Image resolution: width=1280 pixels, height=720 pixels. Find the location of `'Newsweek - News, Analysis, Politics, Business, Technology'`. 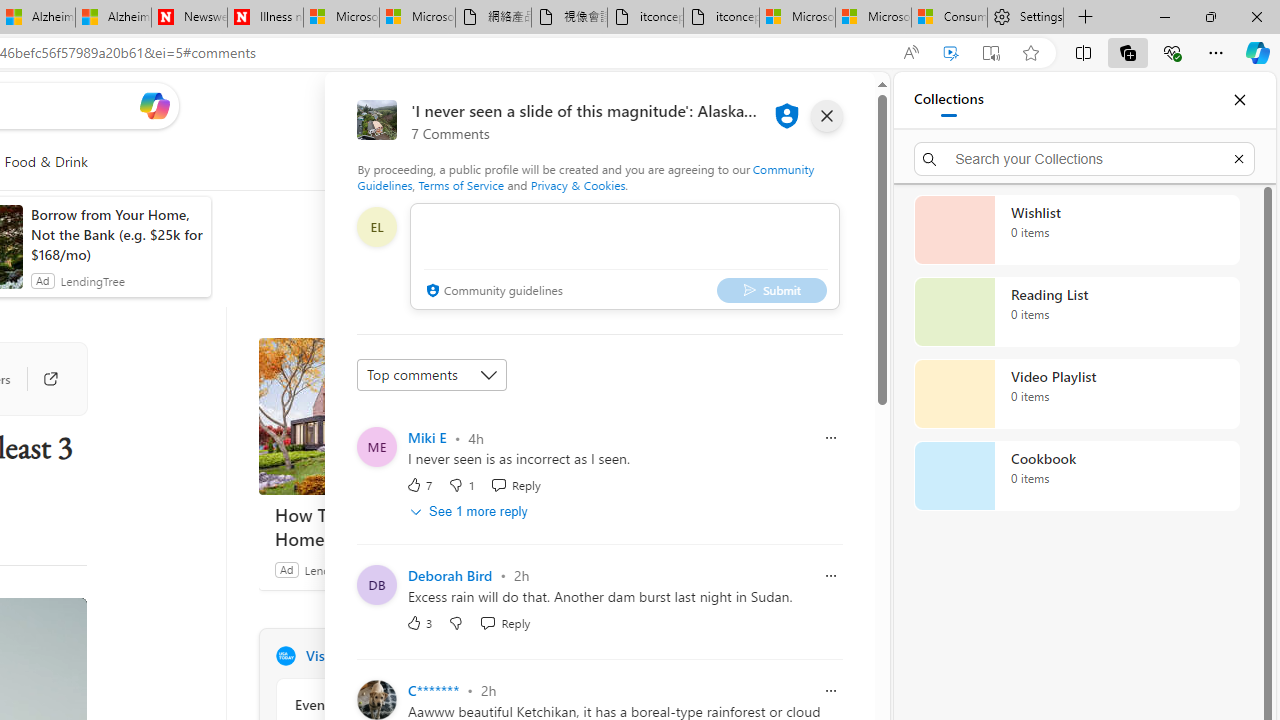

'Newsweek - News, Analysis, Politics, Business, Technology' is located at coordinates (189, 17).